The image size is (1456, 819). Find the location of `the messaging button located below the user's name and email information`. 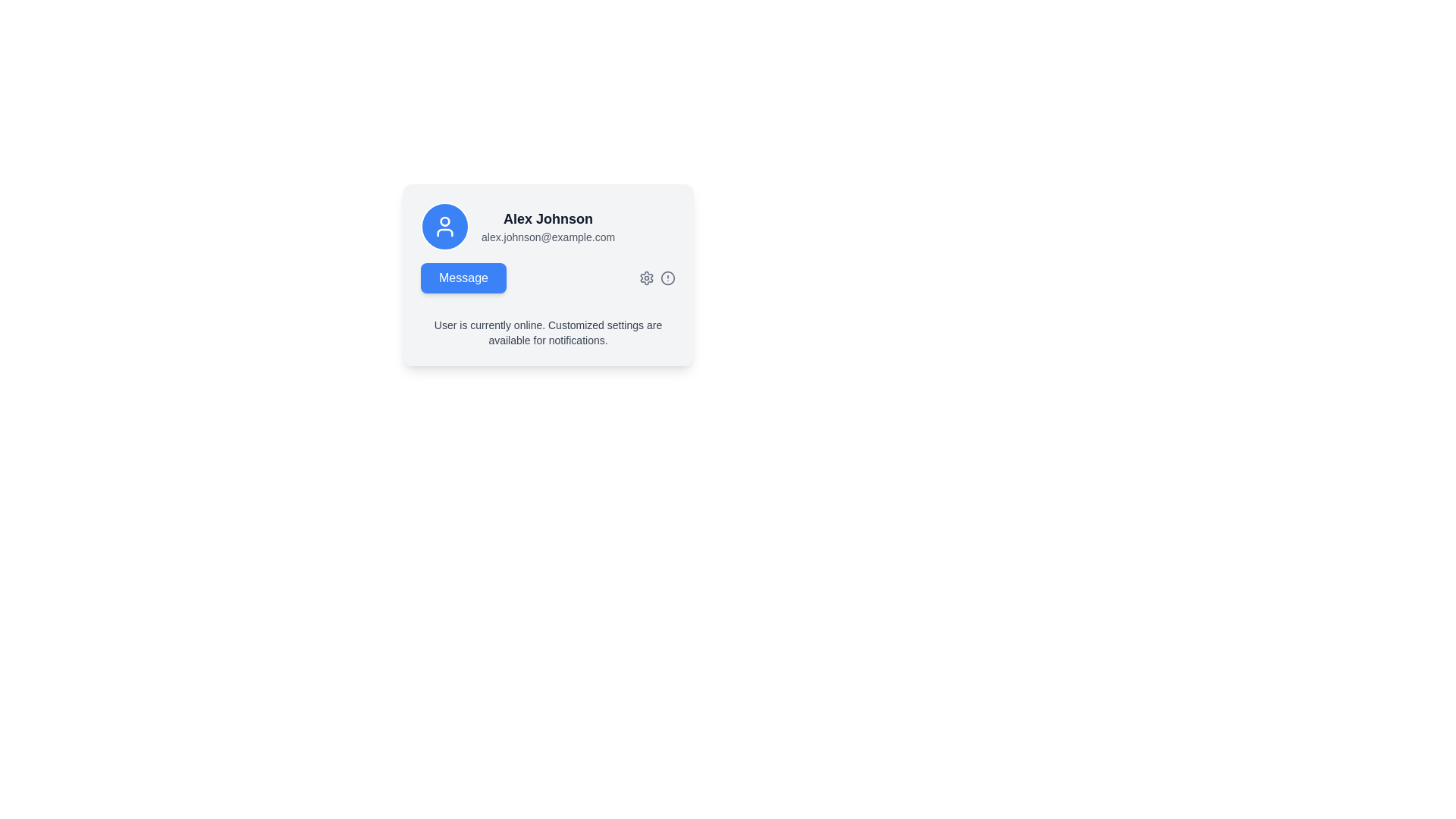

the messaging button located below the user's name and email information is located at coordinates (548, 278).